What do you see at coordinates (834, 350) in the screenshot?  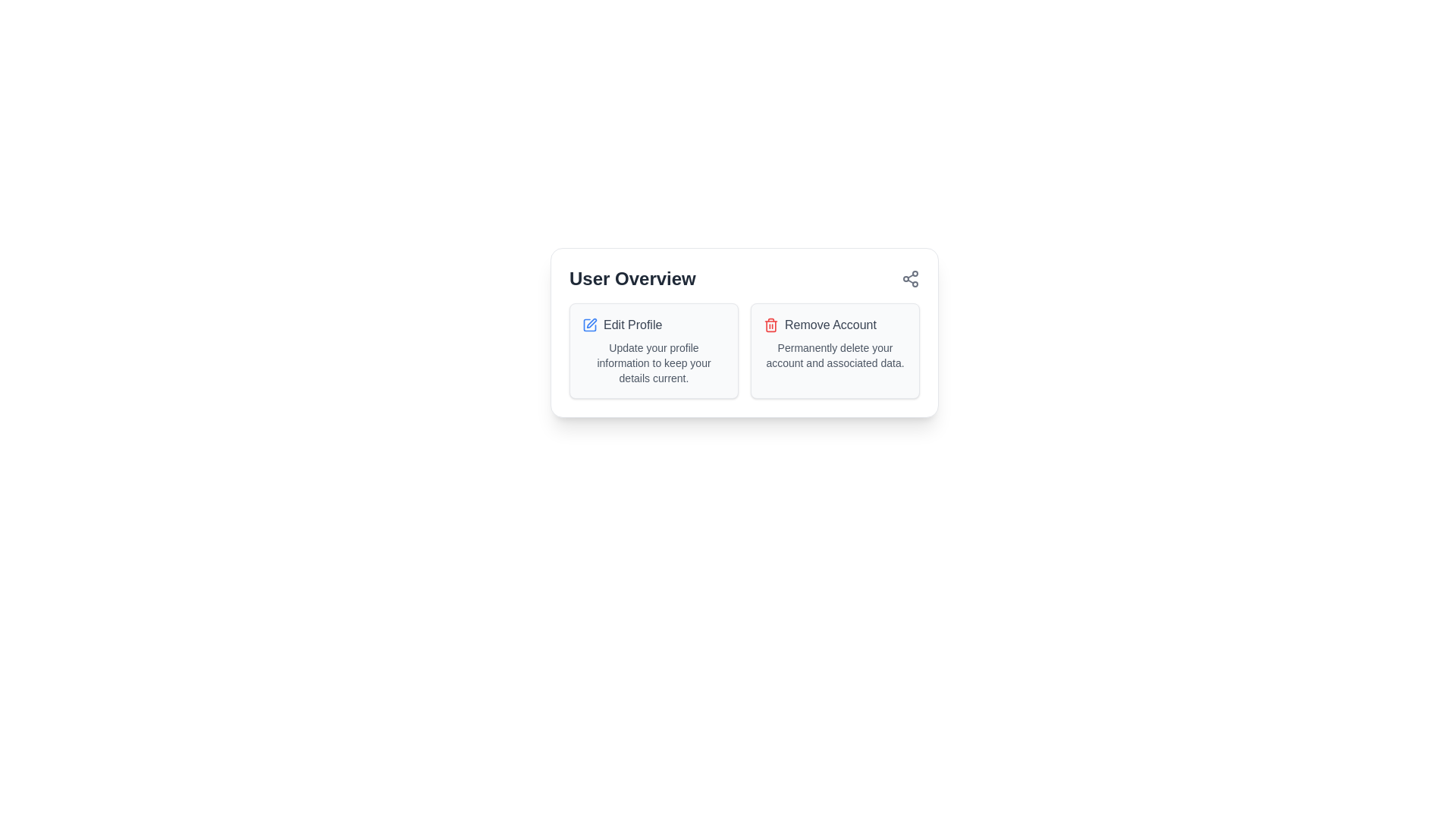 I see `the informational card that describes the action to remove an account permanently, located on the right side of the 'Edit Profile' section in a two-element grid layout` at bounding box center [834, 350].